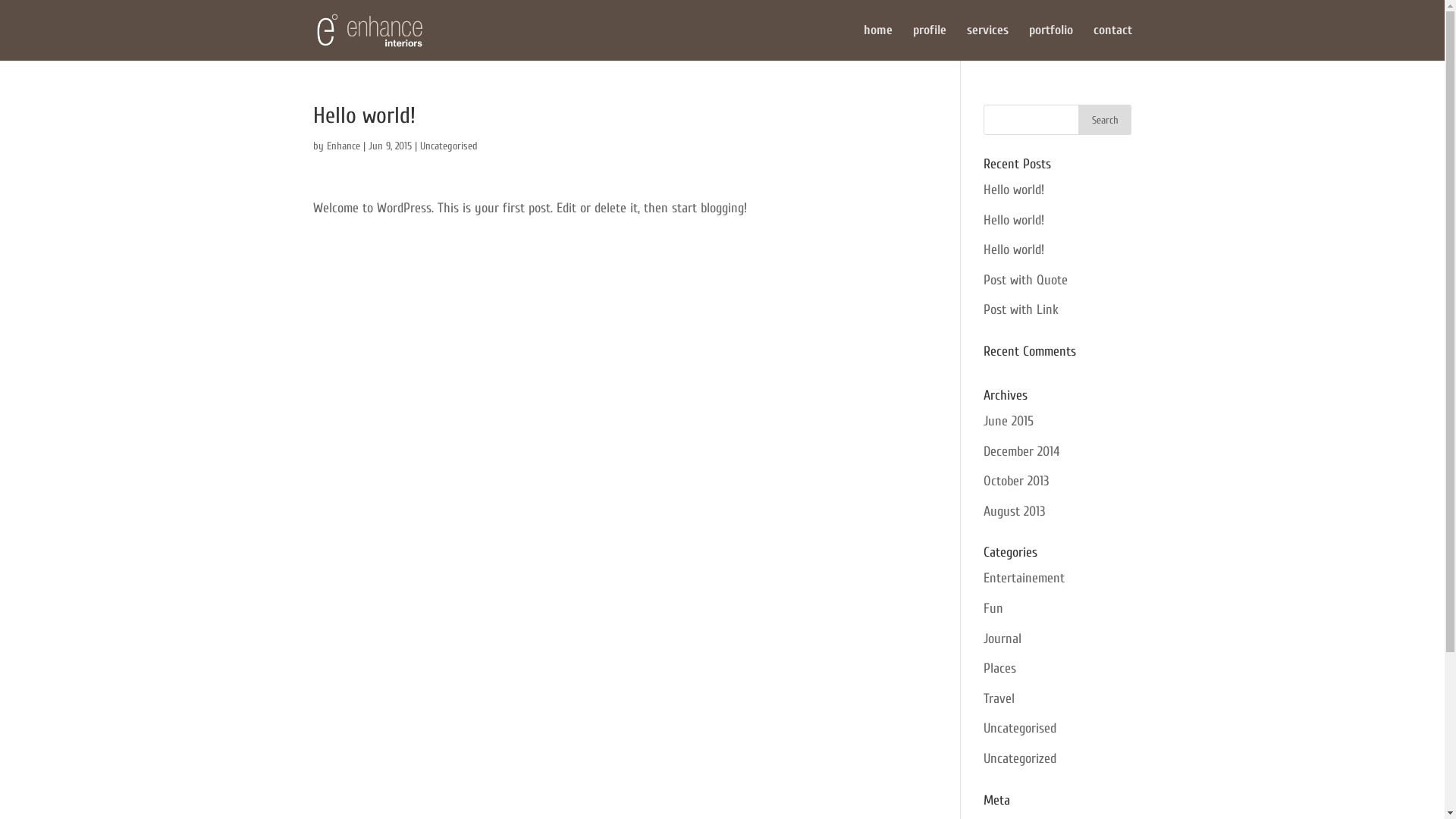 This screenshot has width=1456, height=819. What do you see at coordinates (1050, 42) in the screenshot?
I see `'portfolio'` at bounding box center [1050, 42].